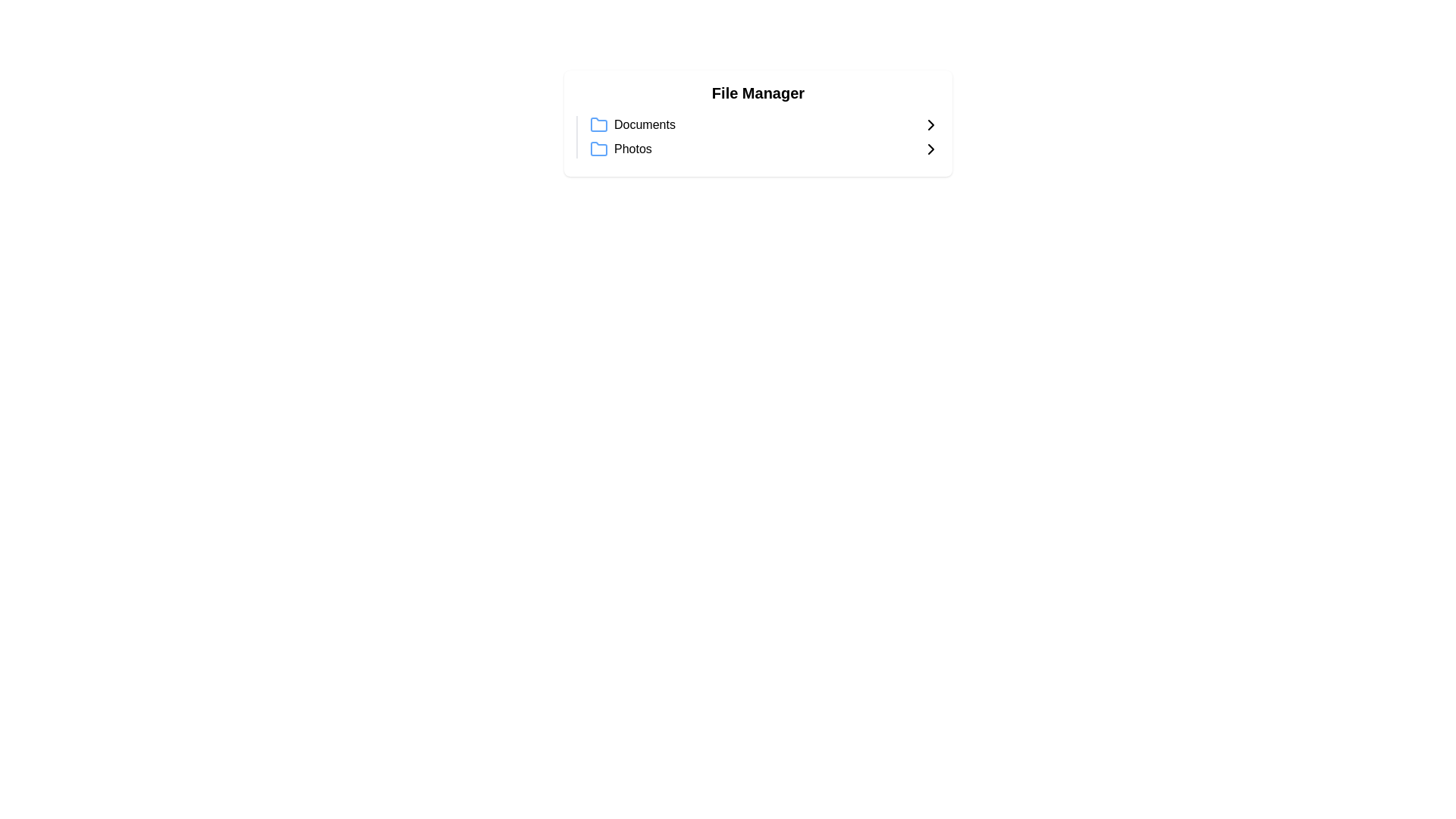 Image resolution: width=1456 pixels, height=819 pixels. What do you see at coordinates (598, 124) in the screenshot?
I see `the blue folder icon located to the left of the 'Photos' label` at bounding box center [598, 124].